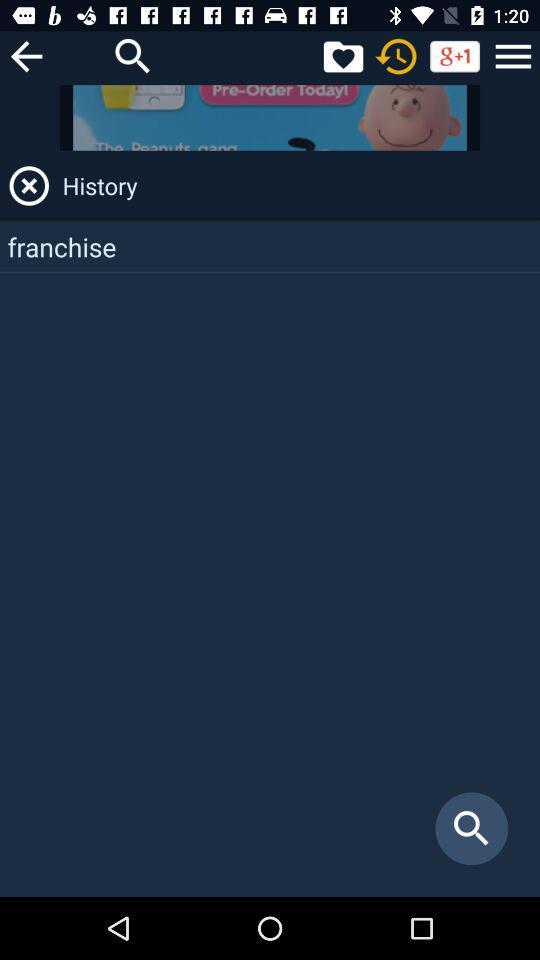 The width and height of the screenshot is (540, 960). Describe the element at coordinates (342, 55) in the screenshot. I see `button to go to favorites folder` at that location.